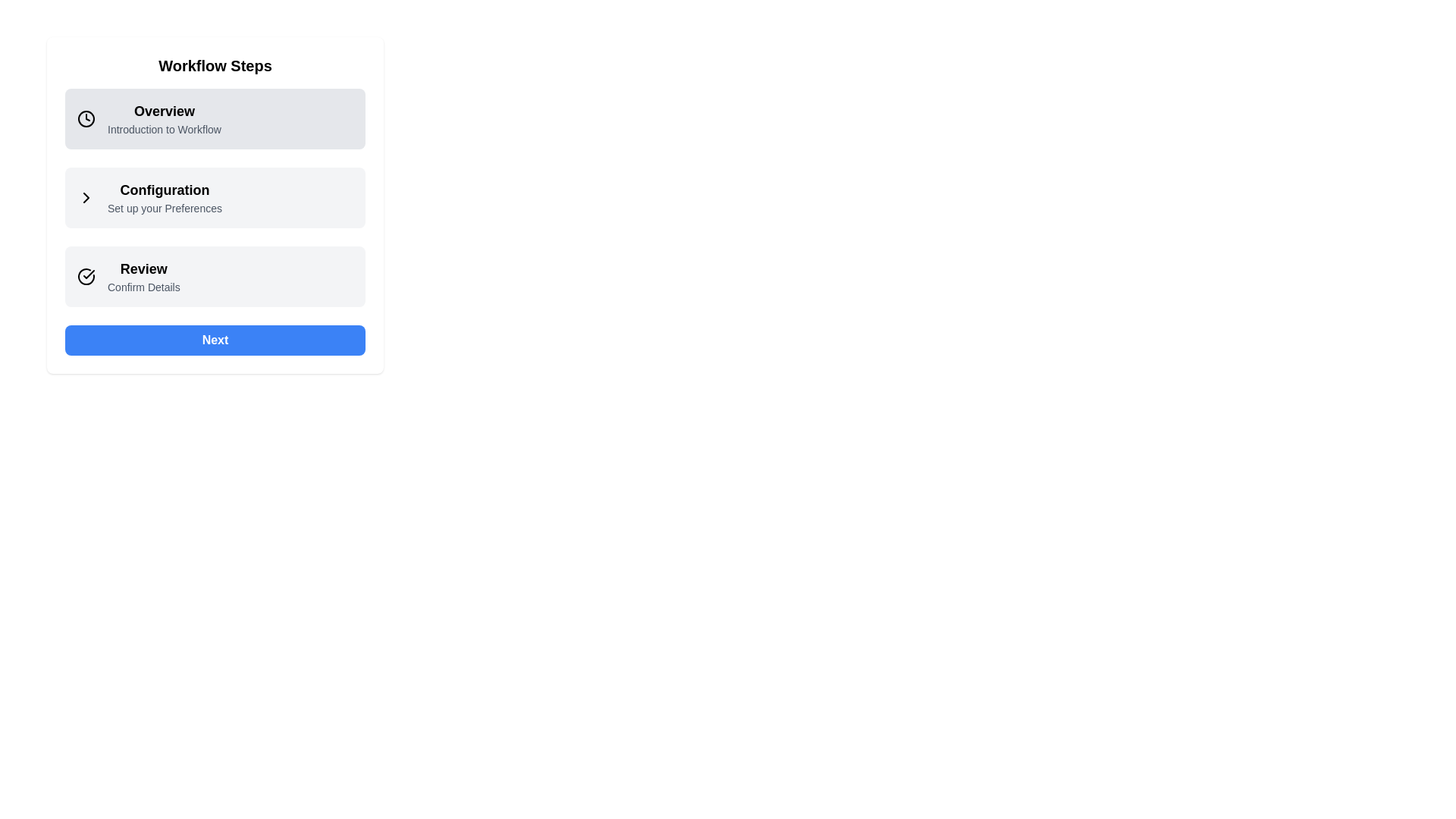 The width and height of the screenshot is (1456, 819). What do you see at coordinates (164, 110) in the screenshot?
I see `text content of the title or header label located at the top-left of the 'Workflow Steps' section, positioned above the 'Introduction to Workflow' subtext` at bounding box center [164, 110].